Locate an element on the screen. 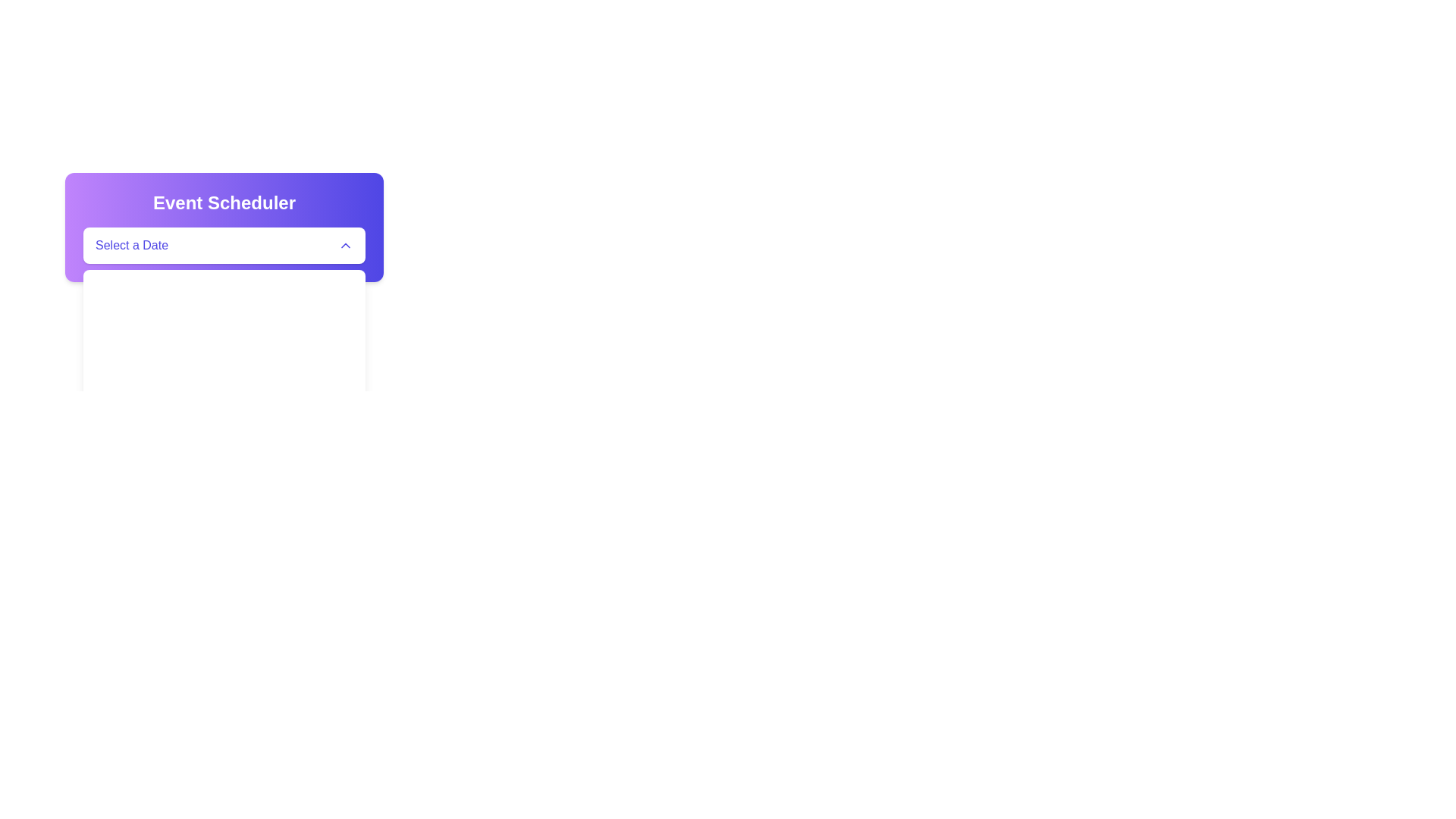 The image size is (1456, 819). the upward chevron icon located at the right end of the 'Select a Date' card is located at coordinates (345, 245).